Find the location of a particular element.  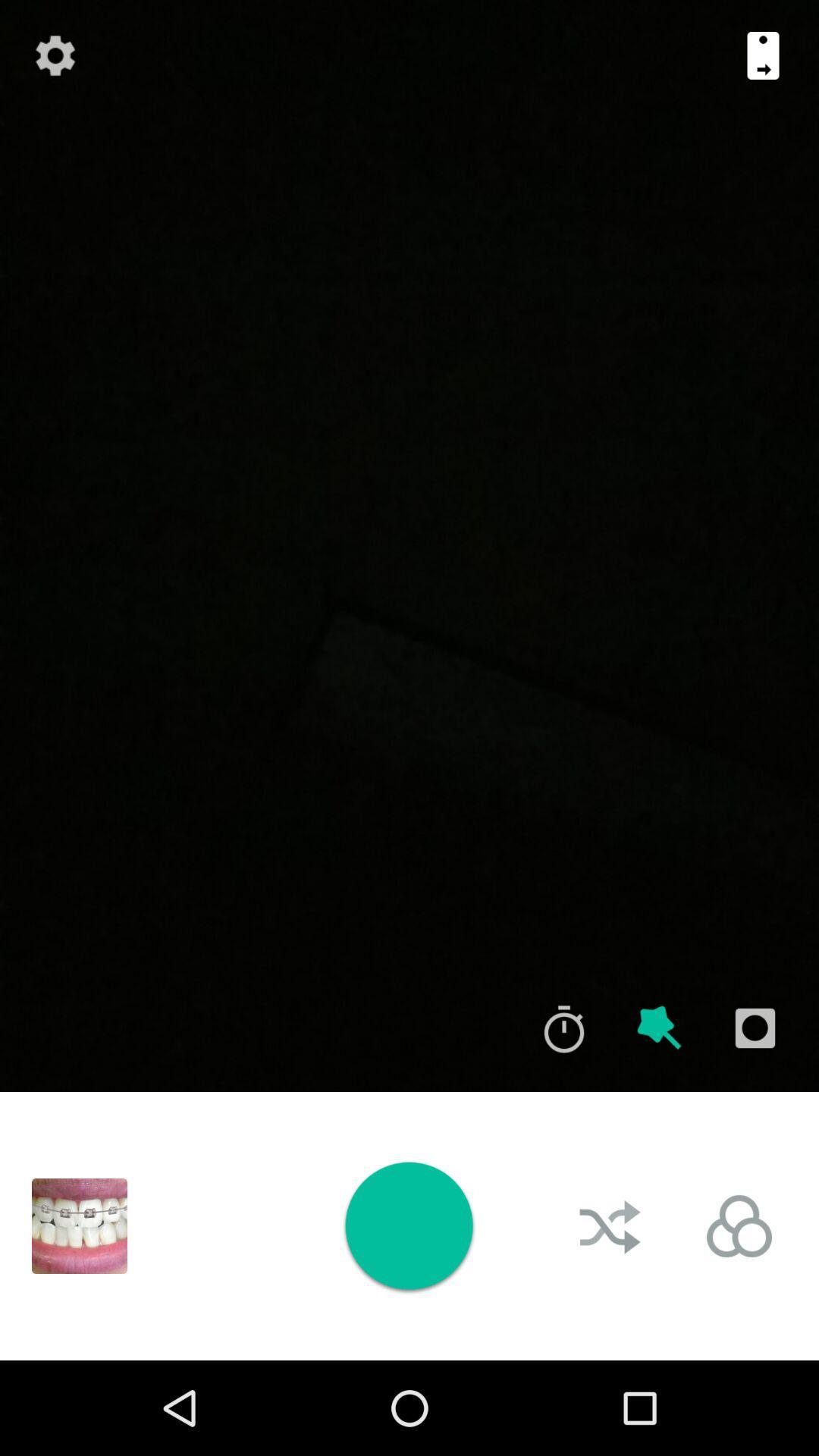

the item at the bottom left corner is located at coordinates (79, 1226).